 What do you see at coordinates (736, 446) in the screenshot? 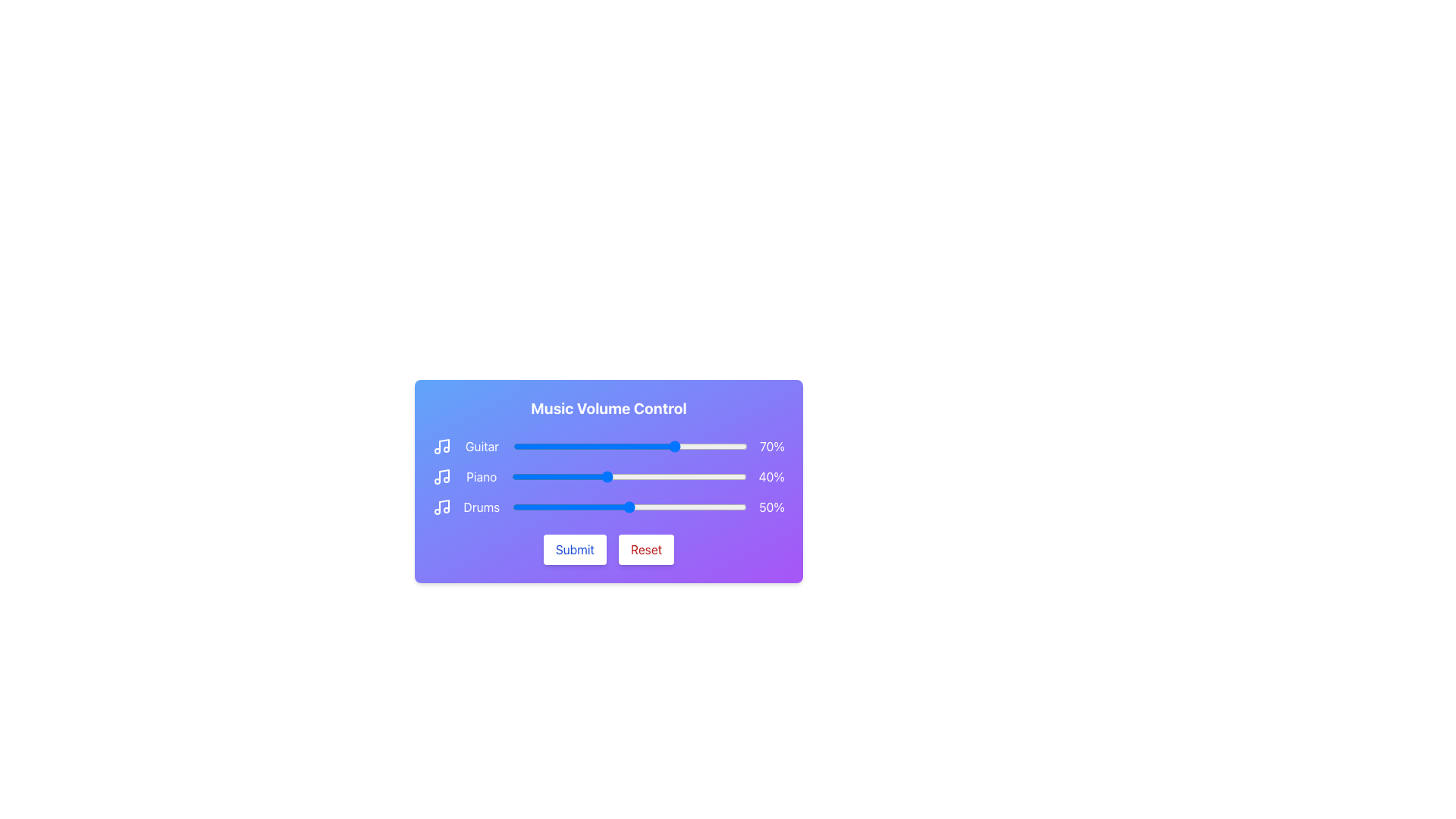
I see `guitar volume` at bounding box center [736, 446].